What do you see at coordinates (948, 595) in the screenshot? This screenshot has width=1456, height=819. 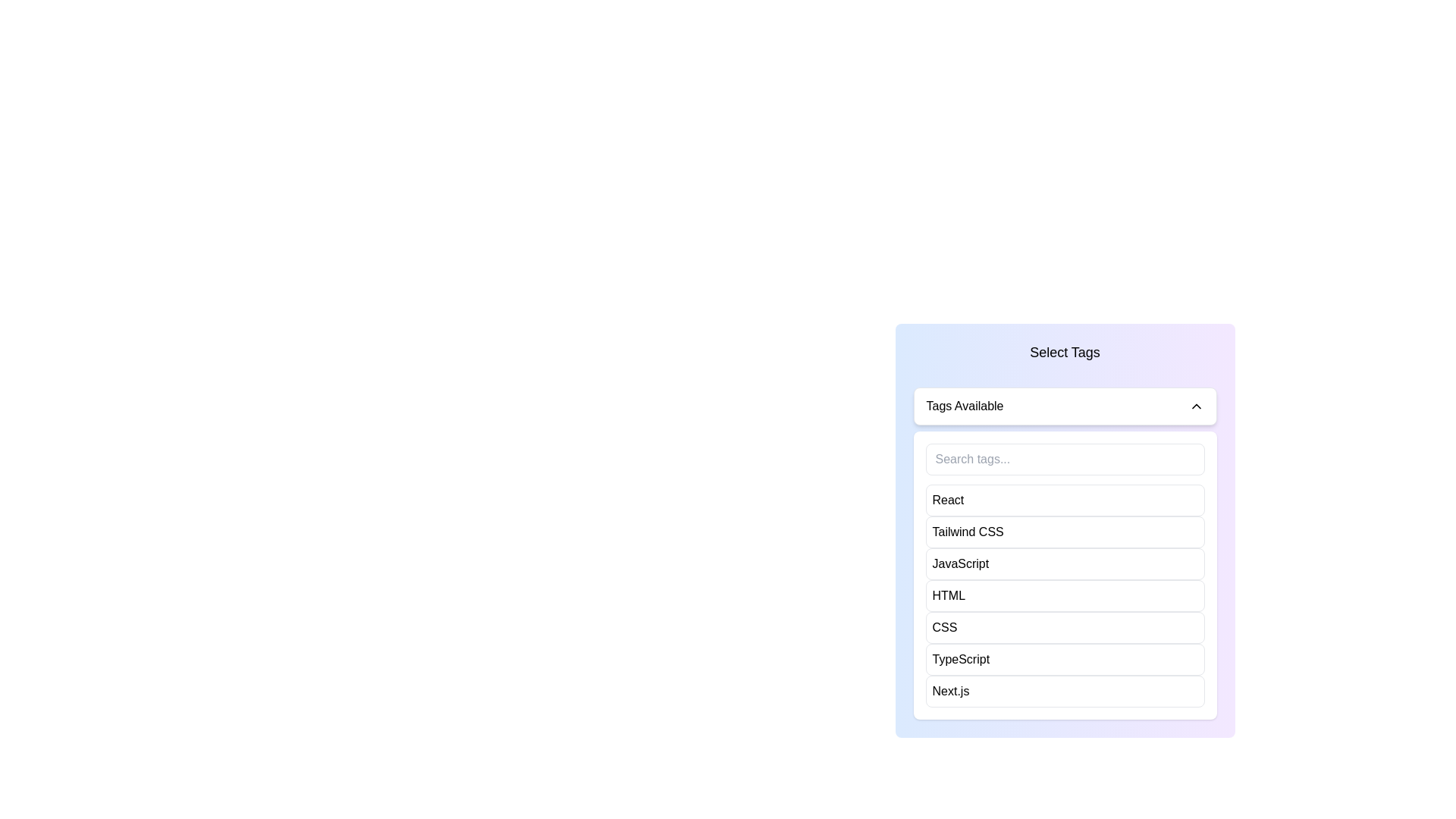 I see `the 'HTML' tag selection item within the dropdown list located under the 'JavaScript' label and above the 'CSS' label in the 'Select Tags' panel` at bounding box center [948, 595].